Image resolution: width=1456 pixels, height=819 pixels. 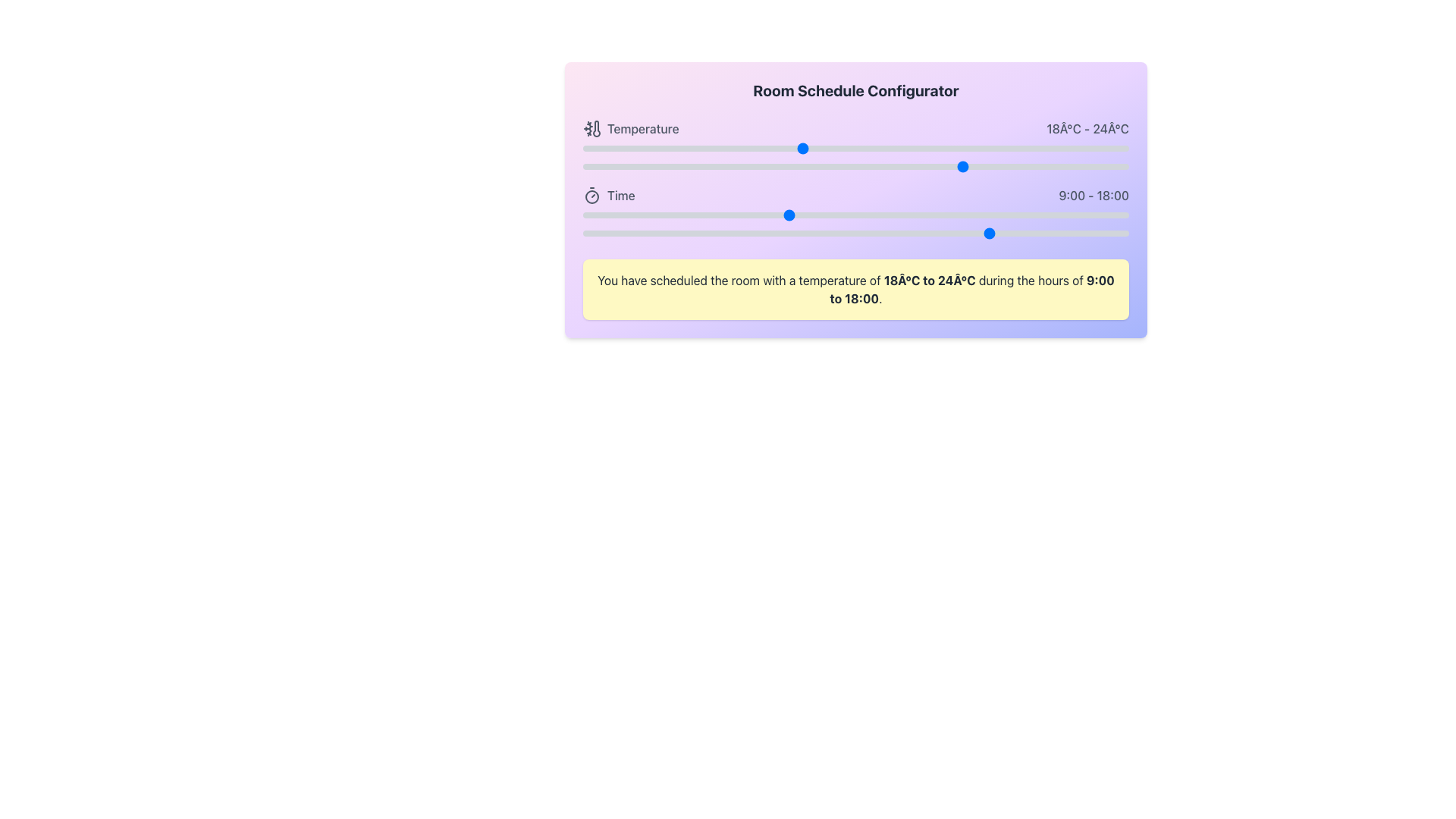 I want to click on the static text indicating the scheduled operational hours, which is the second highlighted portion of text in a light yellow notification box located towards the bottom of the interface, so click(x=972, y=289).